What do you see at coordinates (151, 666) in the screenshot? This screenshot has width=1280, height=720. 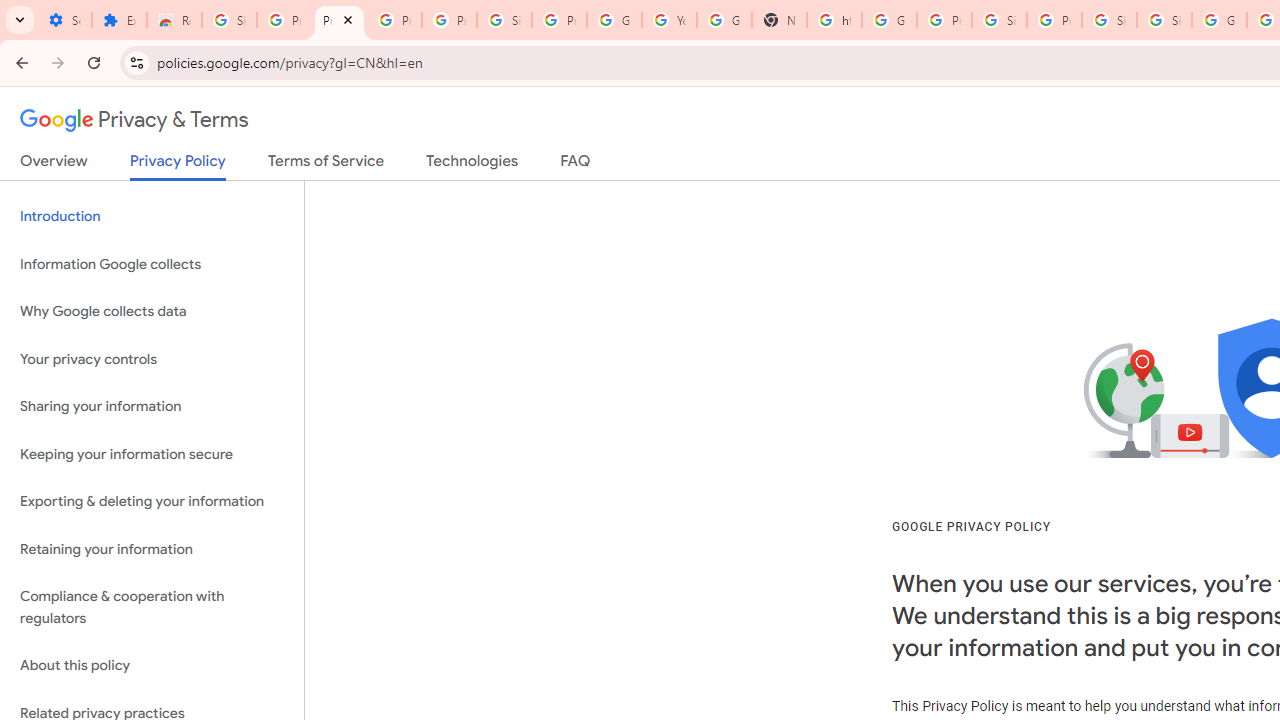 I see `'About this policy'` at bounding box center [151, 666].